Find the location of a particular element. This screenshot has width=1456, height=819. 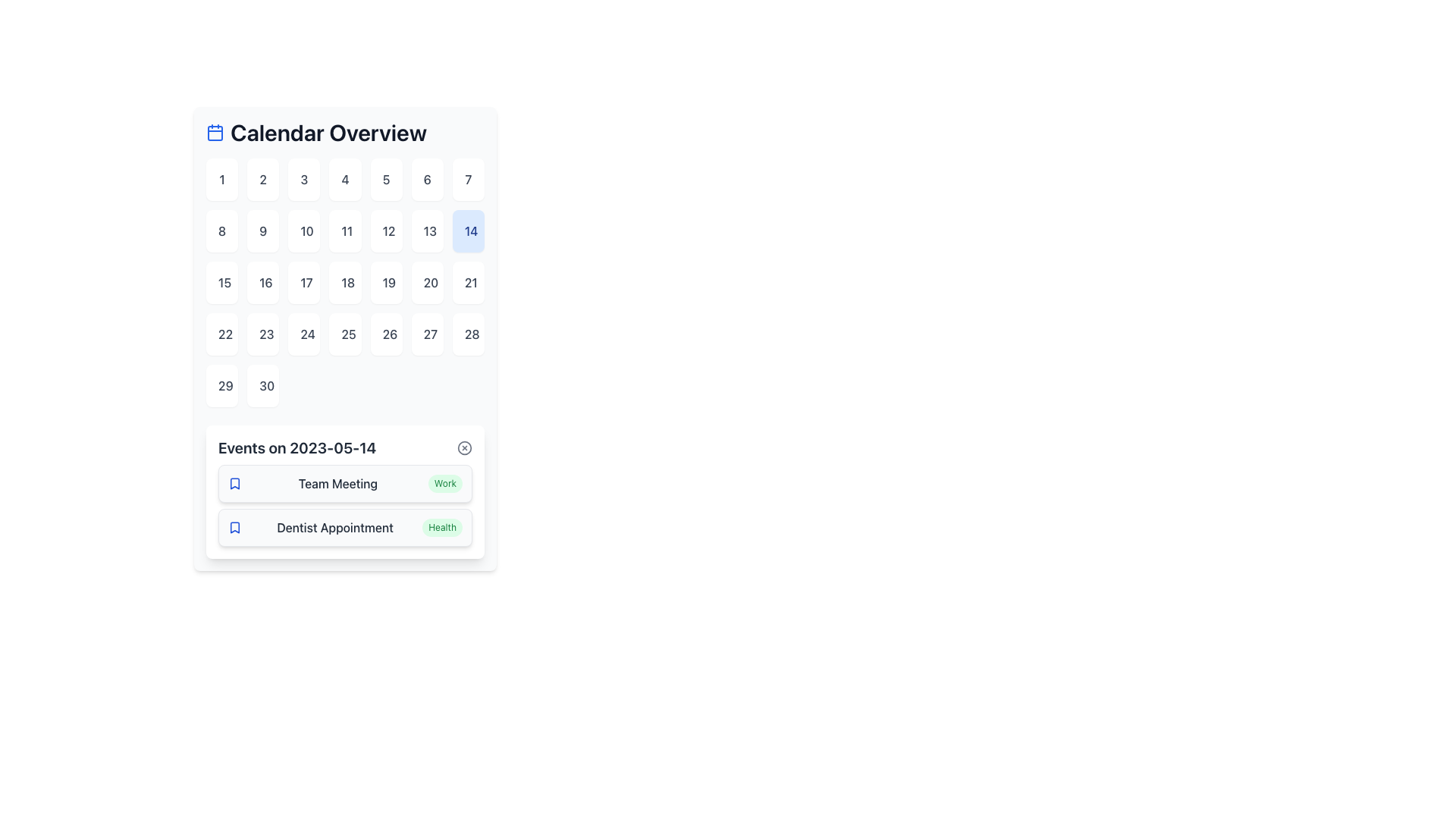

the button representing the date 6 in the calendar layout is located at coordinates (426, 178).